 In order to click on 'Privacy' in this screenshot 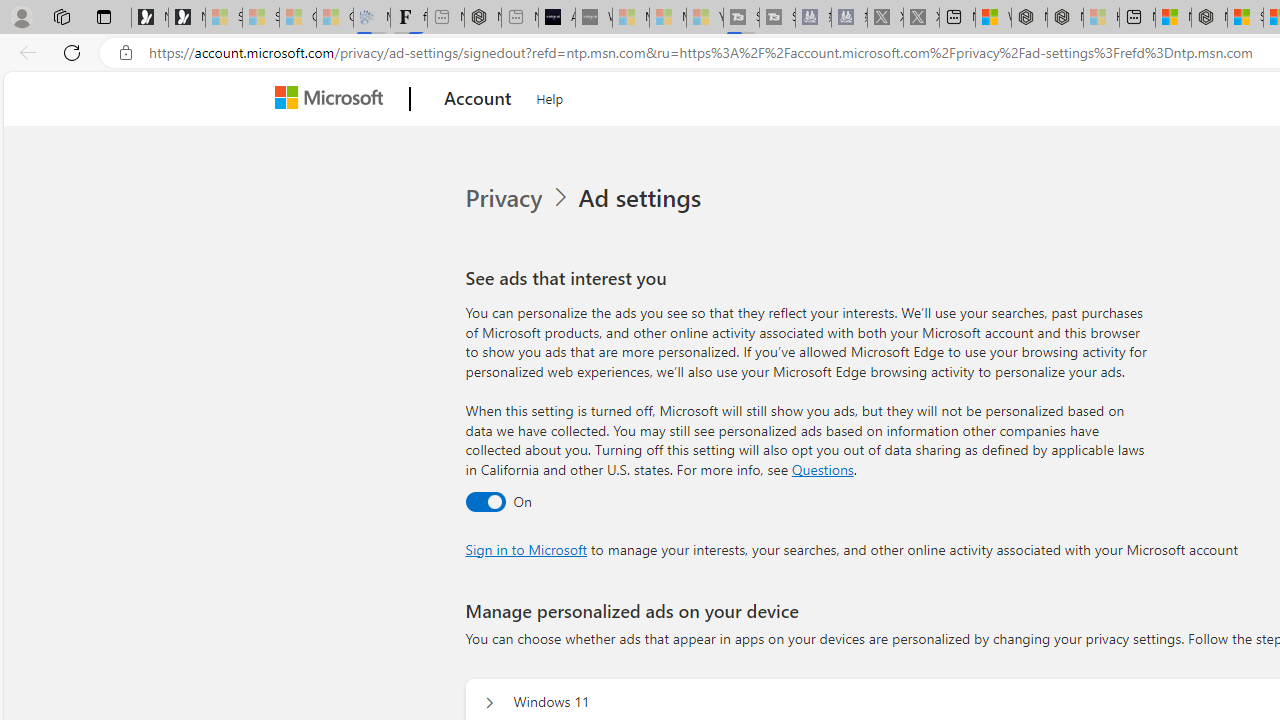, I will do `click(519, 198)`.